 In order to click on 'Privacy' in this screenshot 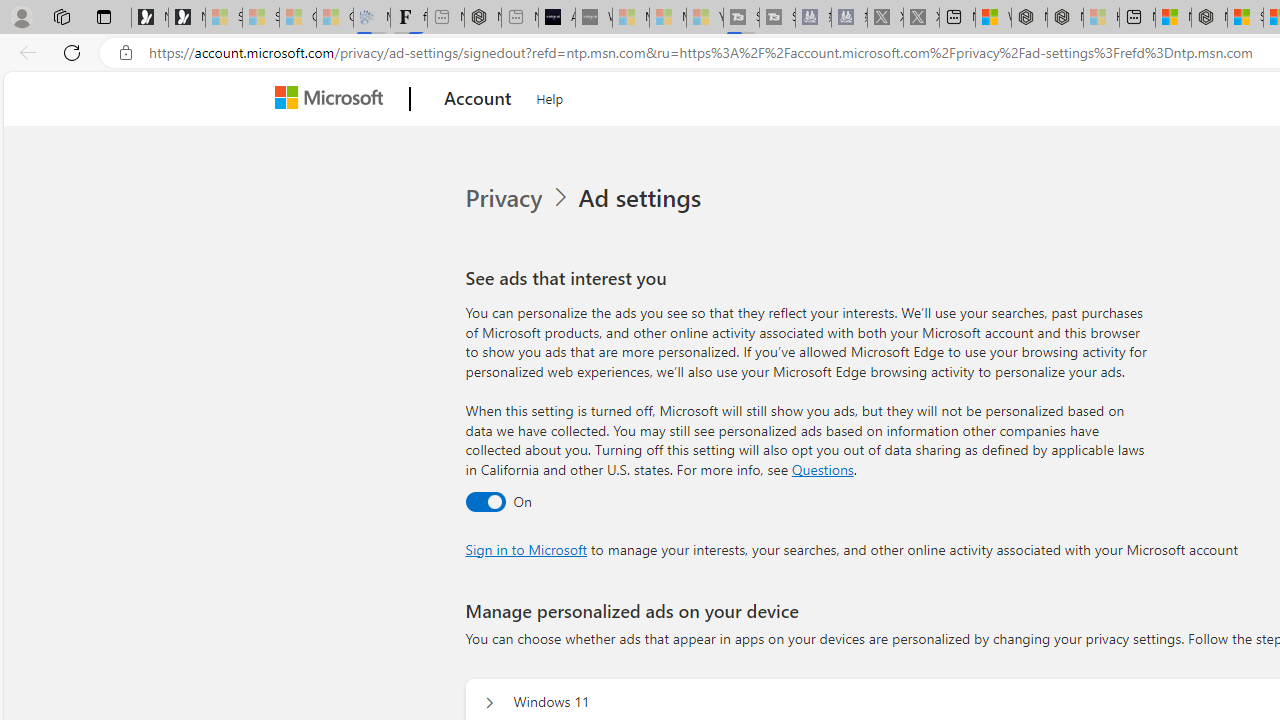, I will do `click(519, 198)`.